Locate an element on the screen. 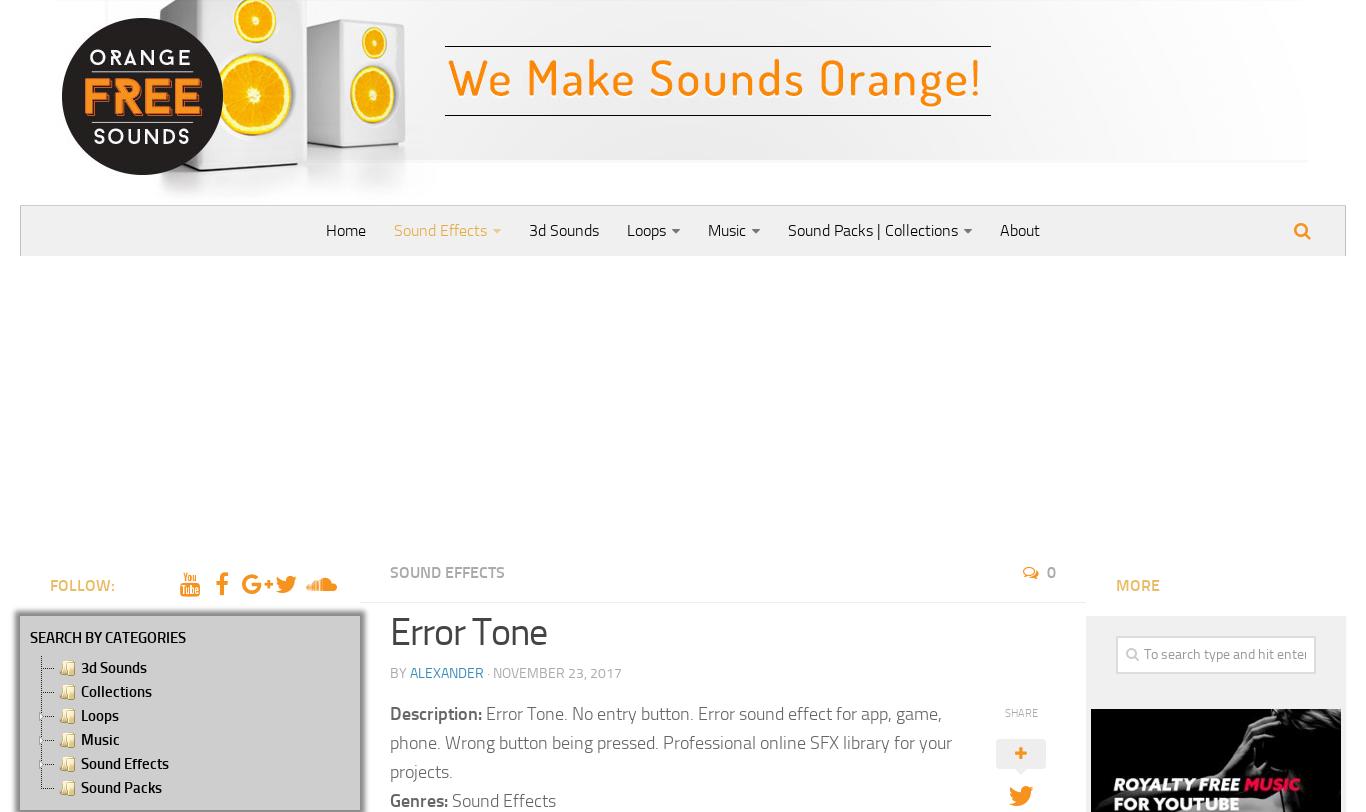 Image resolution: width=1366 pixels, height=812 pixels. 'Sound Packs | Collections' is located at coordinates (872, 230).